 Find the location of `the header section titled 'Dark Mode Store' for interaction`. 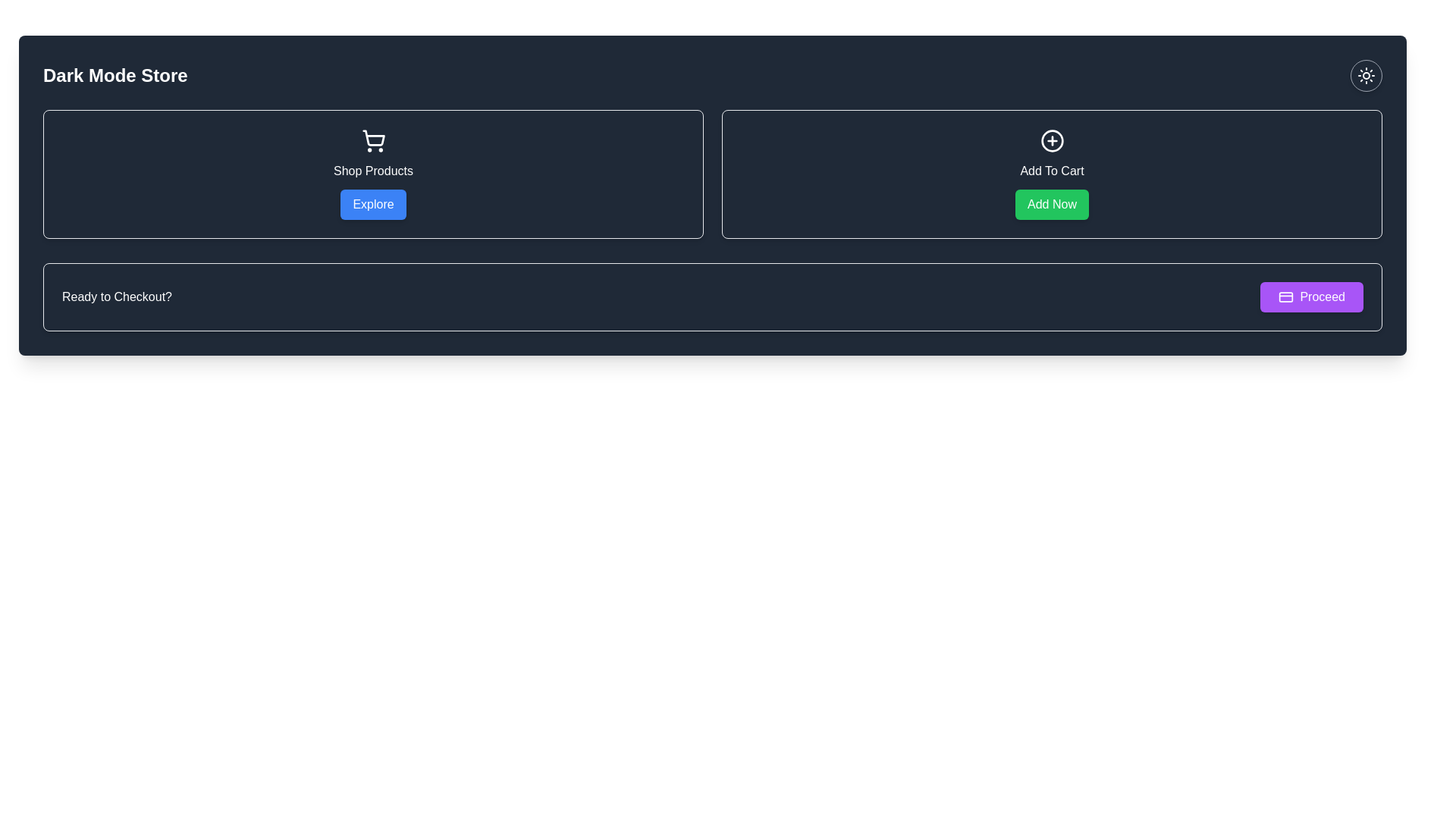

the header section titled 'Dark Mode Store' for interaction is located at coordinates (712, 76).